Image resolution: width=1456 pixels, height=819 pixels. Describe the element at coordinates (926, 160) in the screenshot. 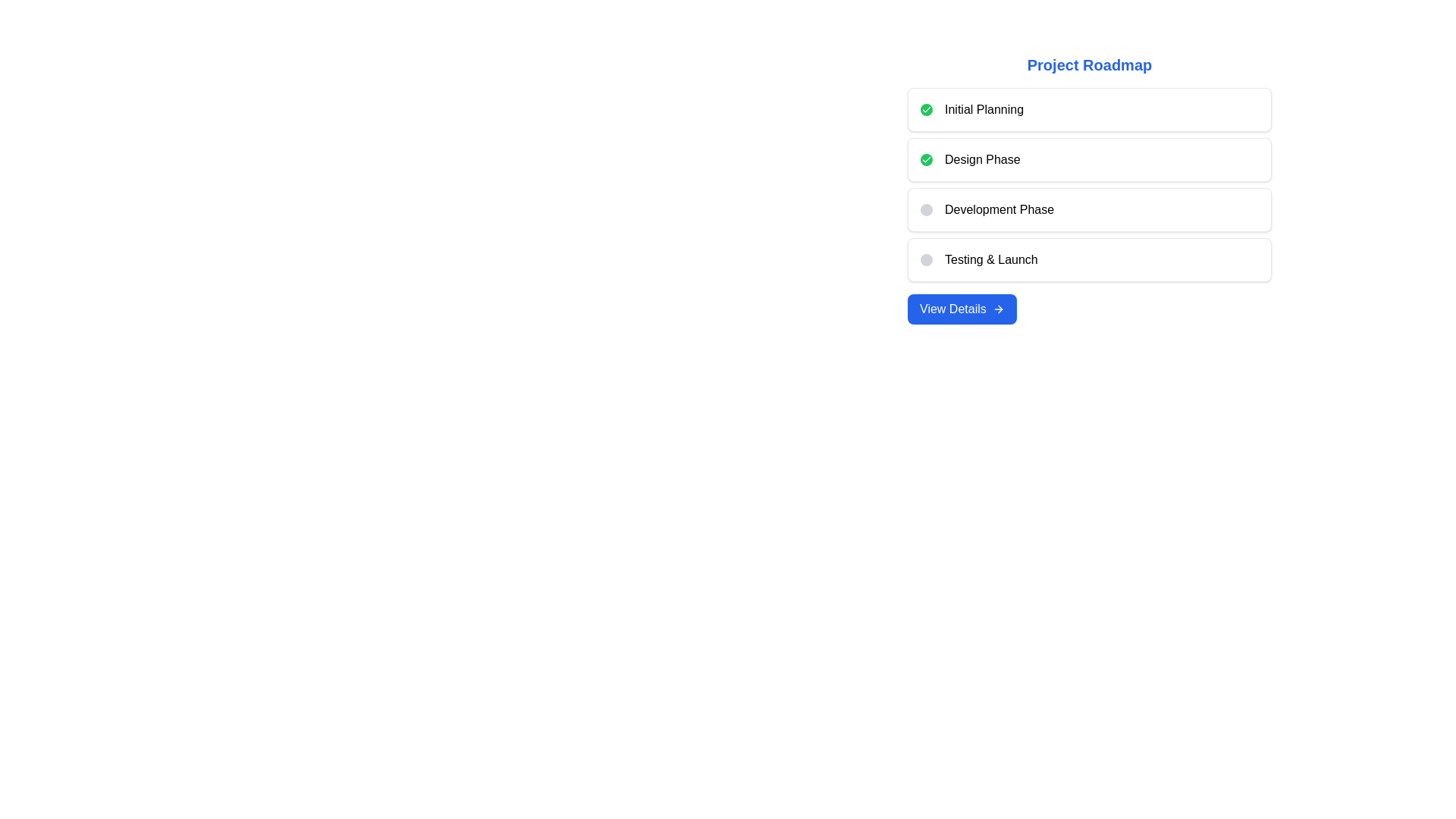

I see `the small checkmark icon with a green circular background, which is located to the left of the text 'Initial Planning' in the 'Project Roadmap' list` at that location.